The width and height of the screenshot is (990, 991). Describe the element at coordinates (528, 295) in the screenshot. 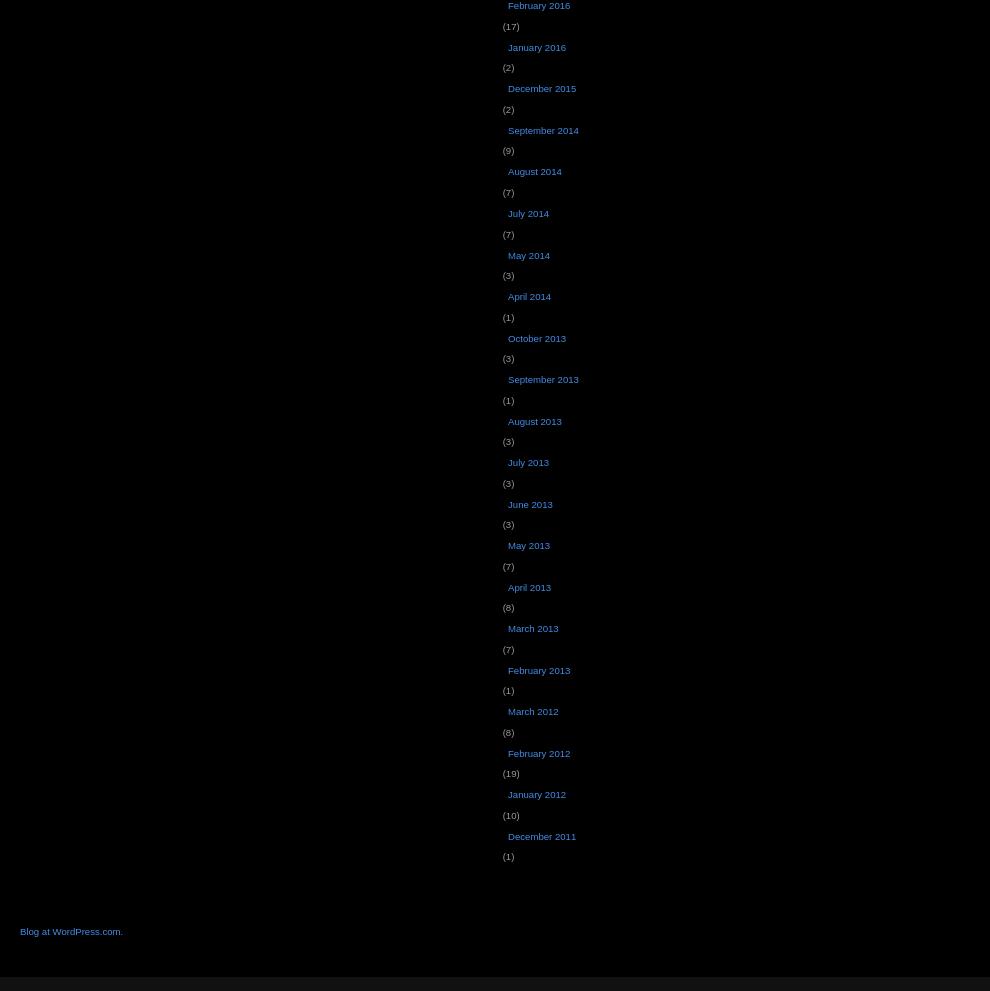

I see `'April 2014'` at that location.